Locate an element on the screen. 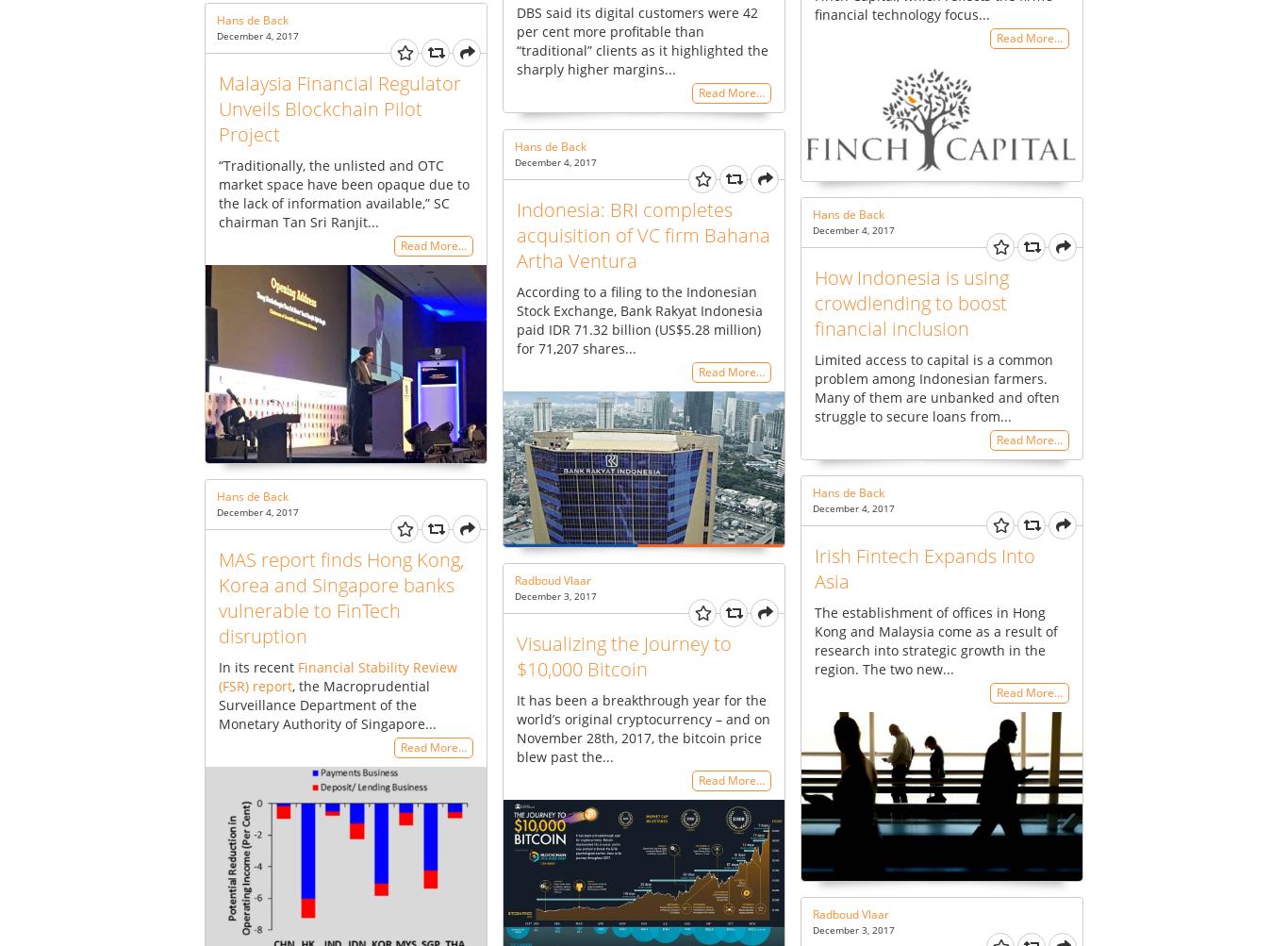 Image resolution: width=1288 pixels, height=946 pixels. 'According to a filing to the Indonesian Stock Exchange, Bank Rakyat Indonesia paid IDR 71.32 billion (US$5.28 million) for 71,207 shares...' is located at coordinates (638, 318).